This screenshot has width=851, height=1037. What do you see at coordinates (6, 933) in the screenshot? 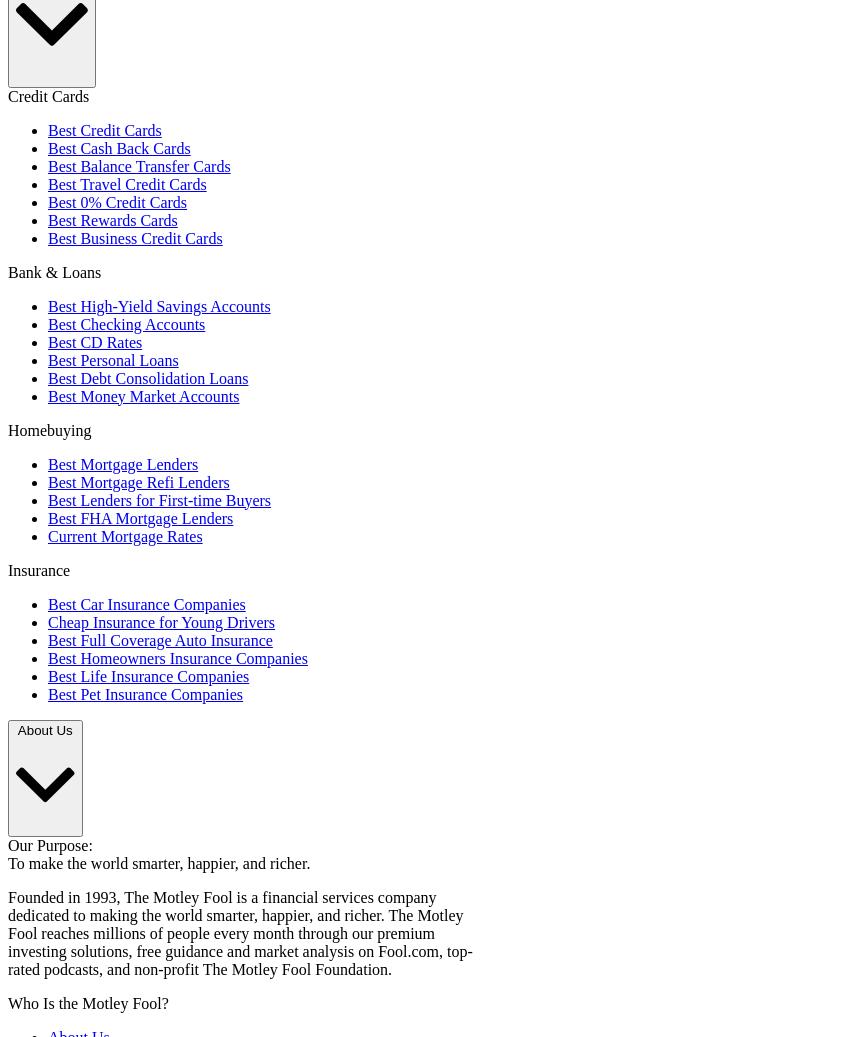
I see `'Founded in 1993, The Motley Fool is a financial services company dedicated to making the world smarter, happier, and richer. The Motley Fool reaches millions of people every month through our premium investing solutions, free guidance and market analysis on Fool.com, top-rated podcasts, and non-profit The Motley Fool Foundation.'` at bounding box center [6, 933].